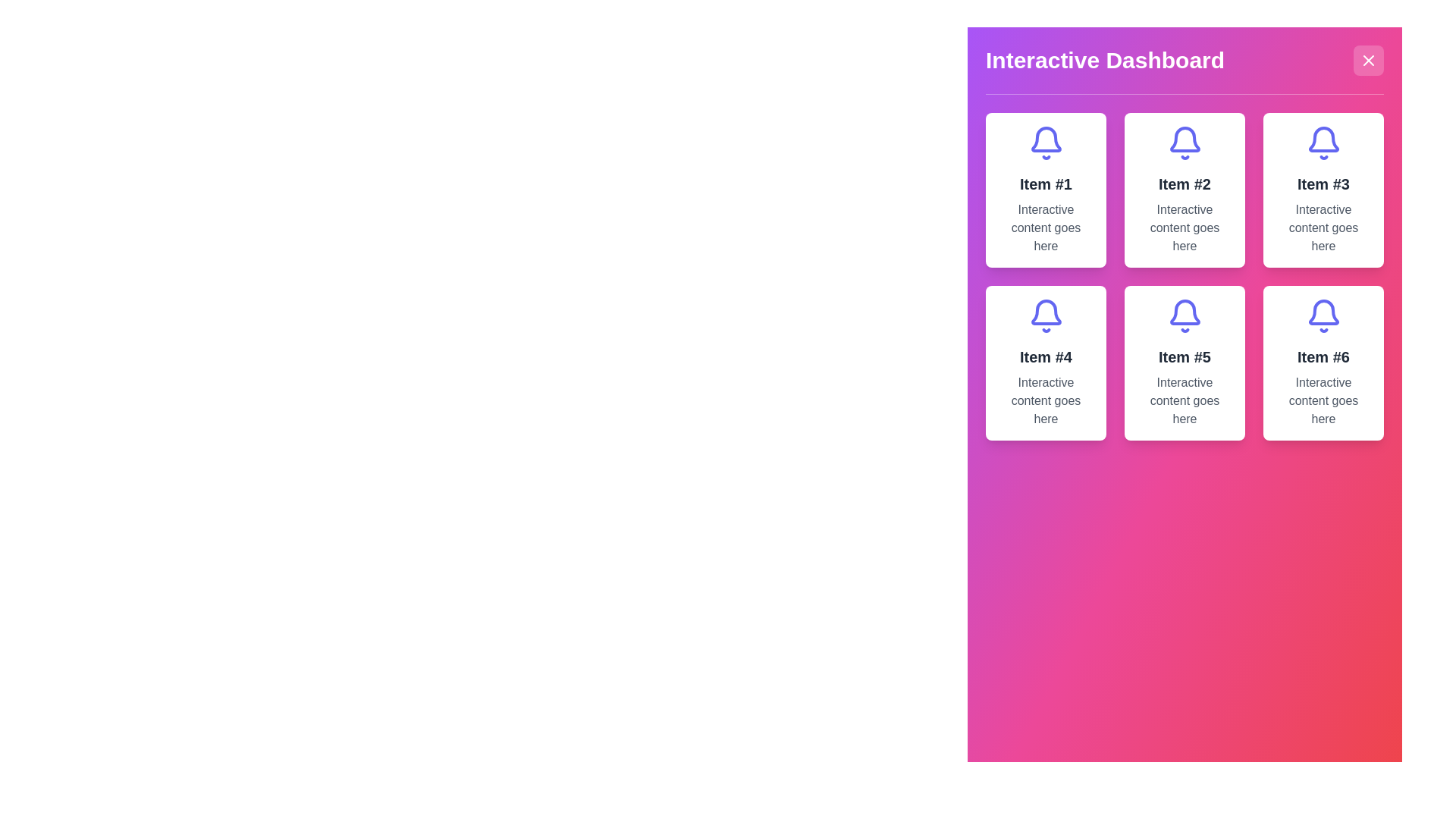  Describe the element at coordinates (1184, 356) in the screenshot. I see `the text label located in the center column of the second item in the bottom row of a 3x2 grid layout` at that location.